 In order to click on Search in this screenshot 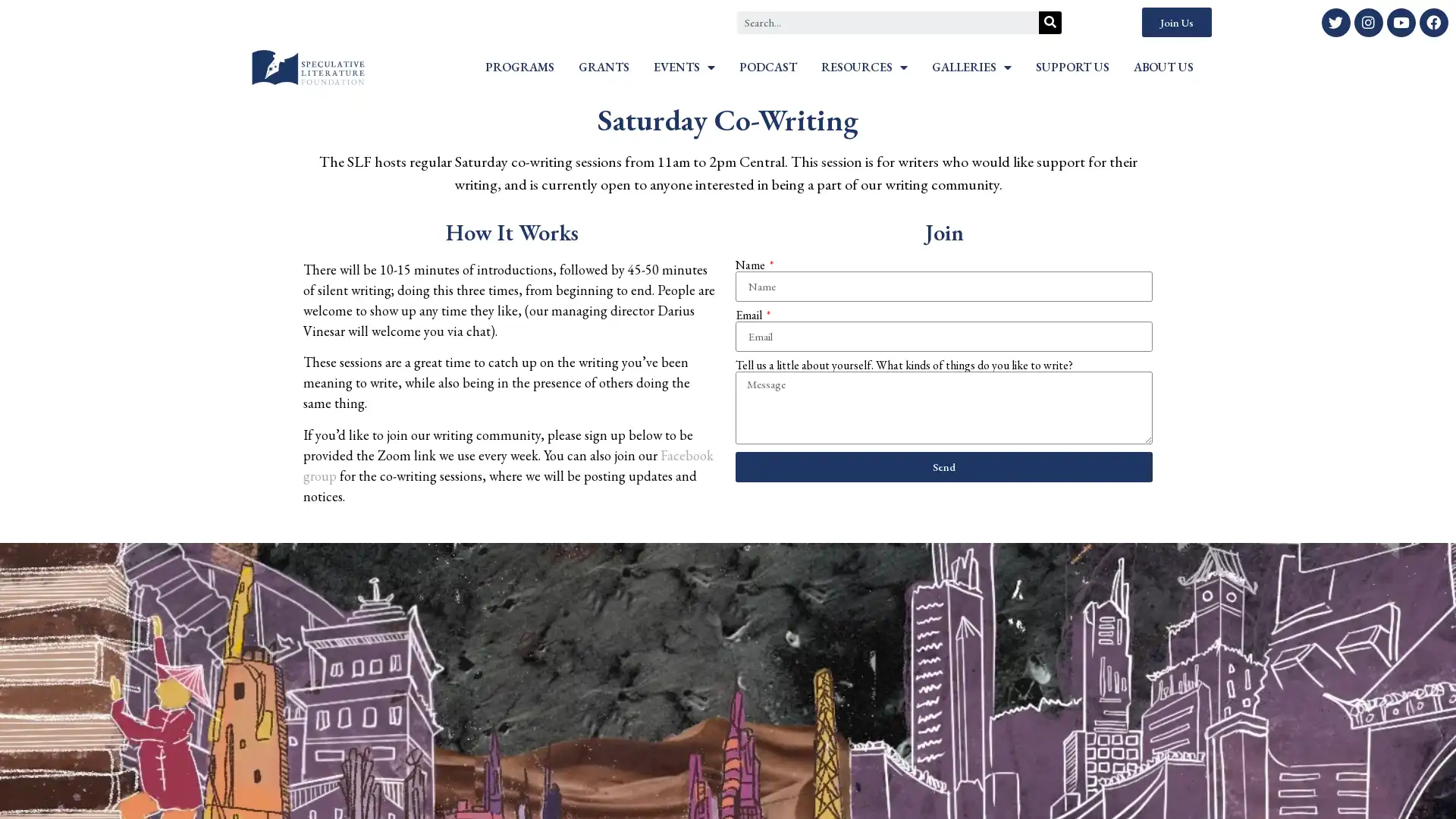, I will do `click(1050, 22)`.